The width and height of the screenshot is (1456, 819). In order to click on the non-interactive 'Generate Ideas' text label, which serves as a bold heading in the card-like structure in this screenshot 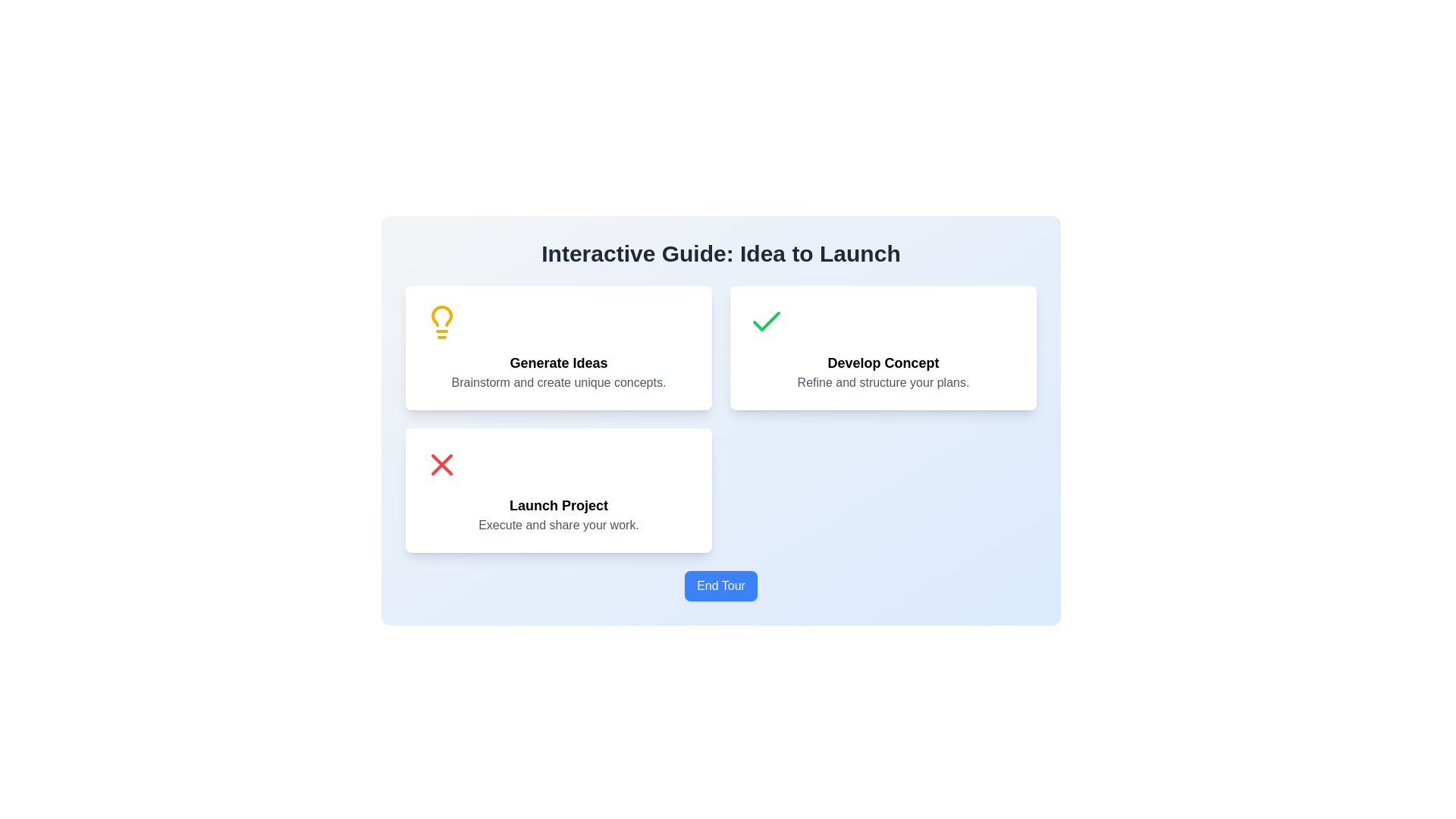, I will do `click(558, 362)`.